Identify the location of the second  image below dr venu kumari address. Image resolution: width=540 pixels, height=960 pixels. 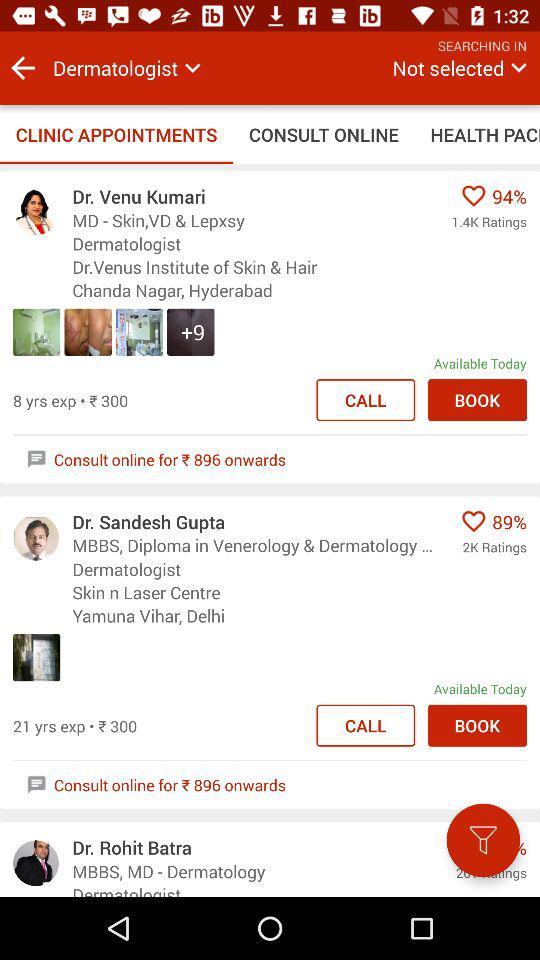
(87, 332).